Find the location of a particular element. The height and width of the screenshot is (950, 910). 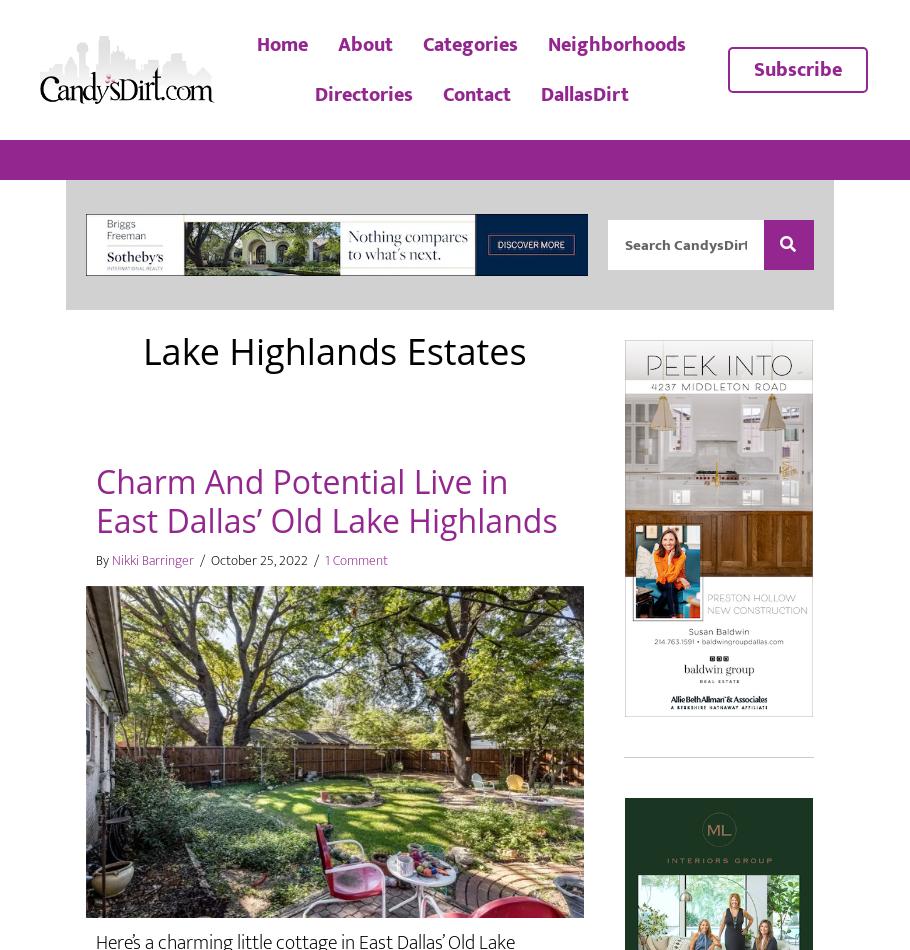

'1 Comment' is located at coordinates (355, 559).